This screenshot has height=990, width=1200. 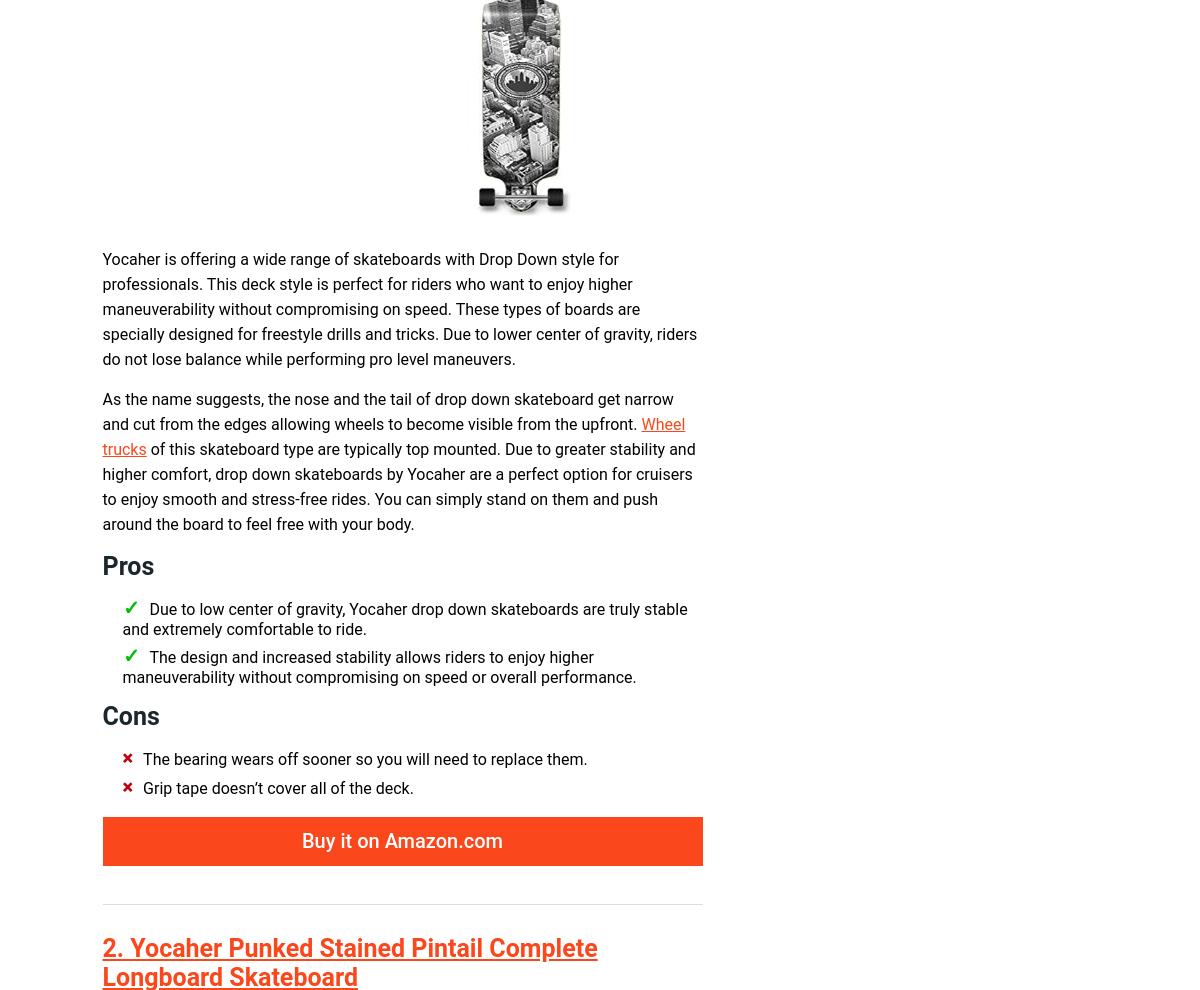 What do you see at coordinates (128, 566) in the screenshot?
I see `'Pros'` at bounding box center [128, 566].